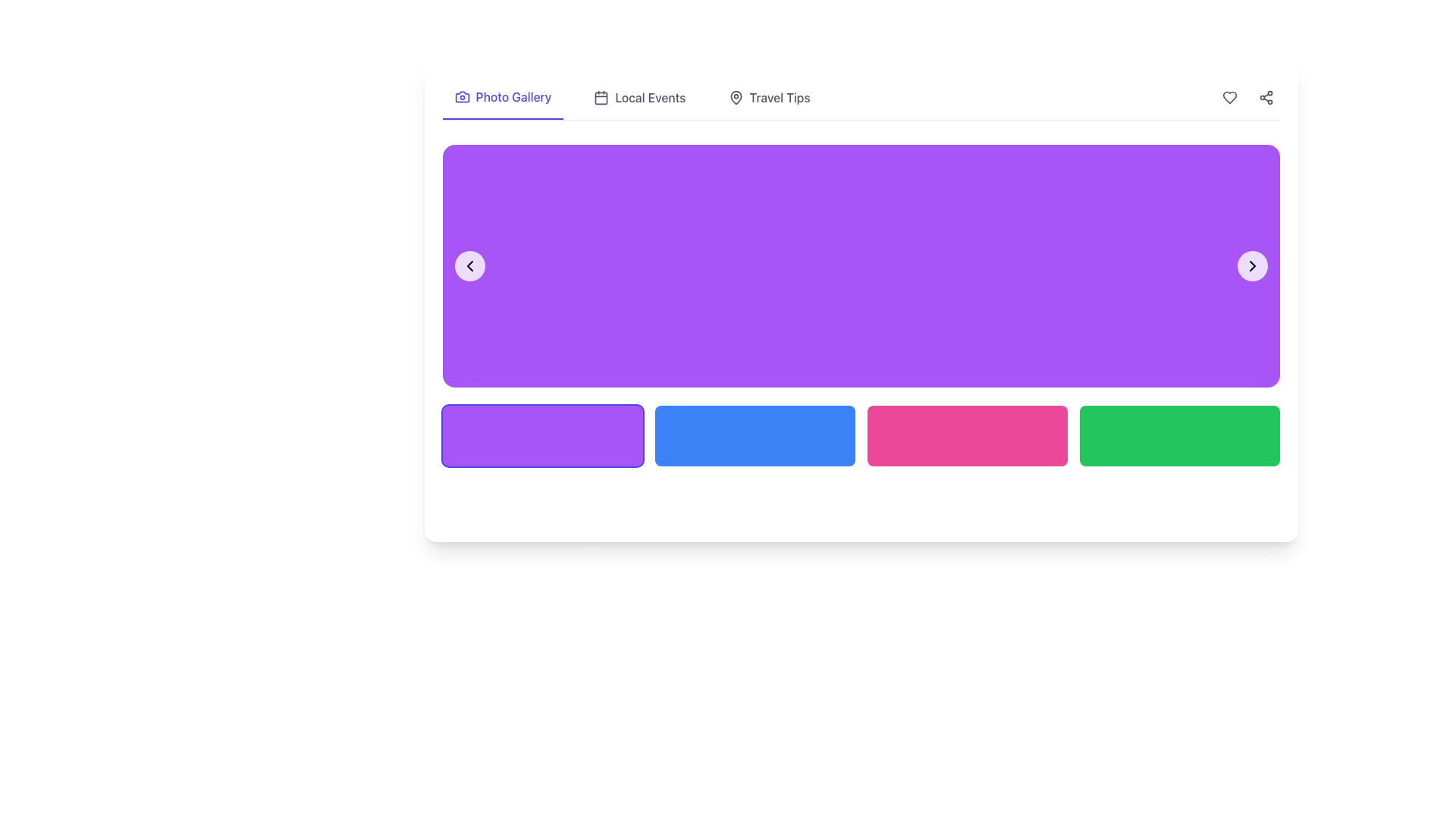 This screenshot has width=1456, height=819. Describe the element at coordinates (1252, 265) in the screenshot. I see `the Chevron icon located at the right side of a large purple panel in the navigation control system for visual feedback` at that location.